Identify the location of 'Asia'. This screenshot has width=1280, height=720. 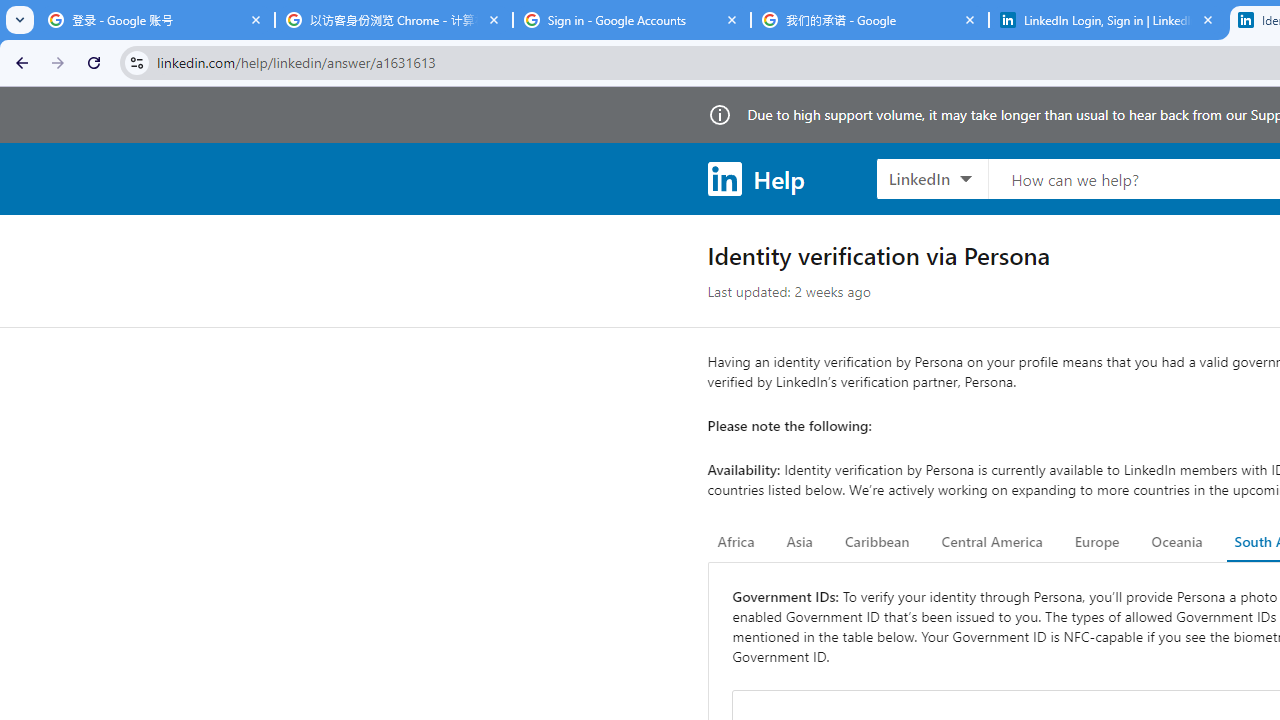
(798, 542).